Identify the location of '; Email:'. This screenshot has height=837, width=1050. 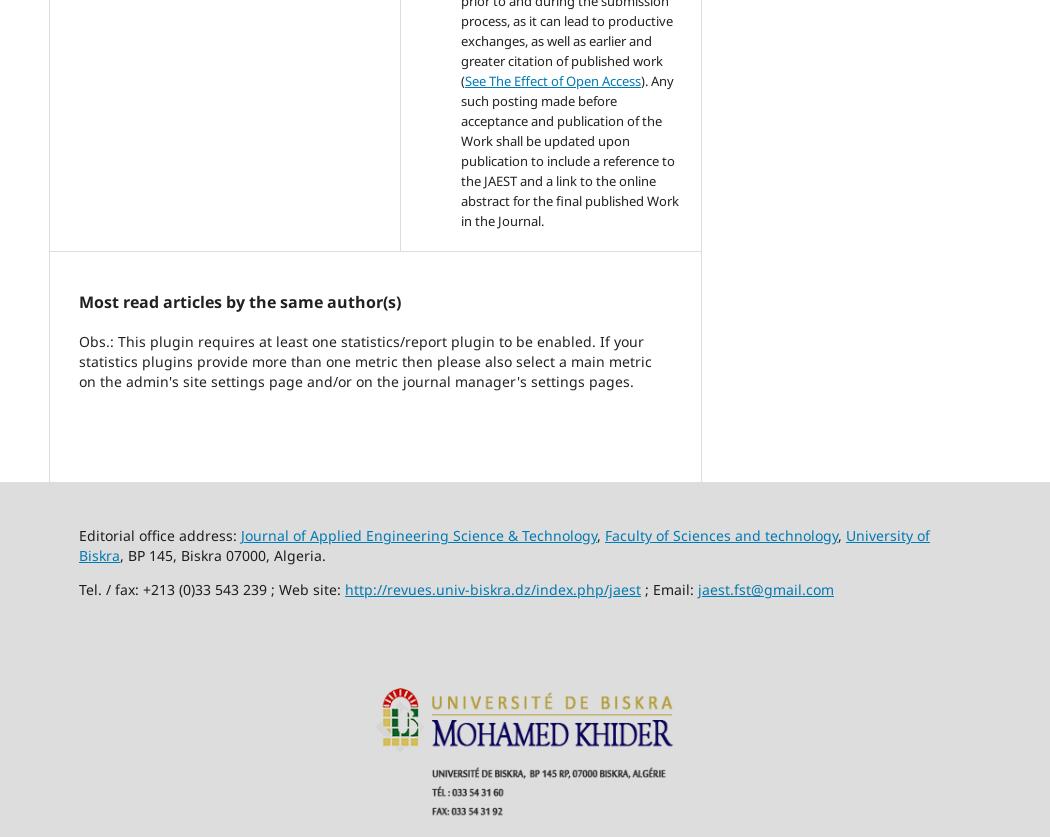
(640, 589).